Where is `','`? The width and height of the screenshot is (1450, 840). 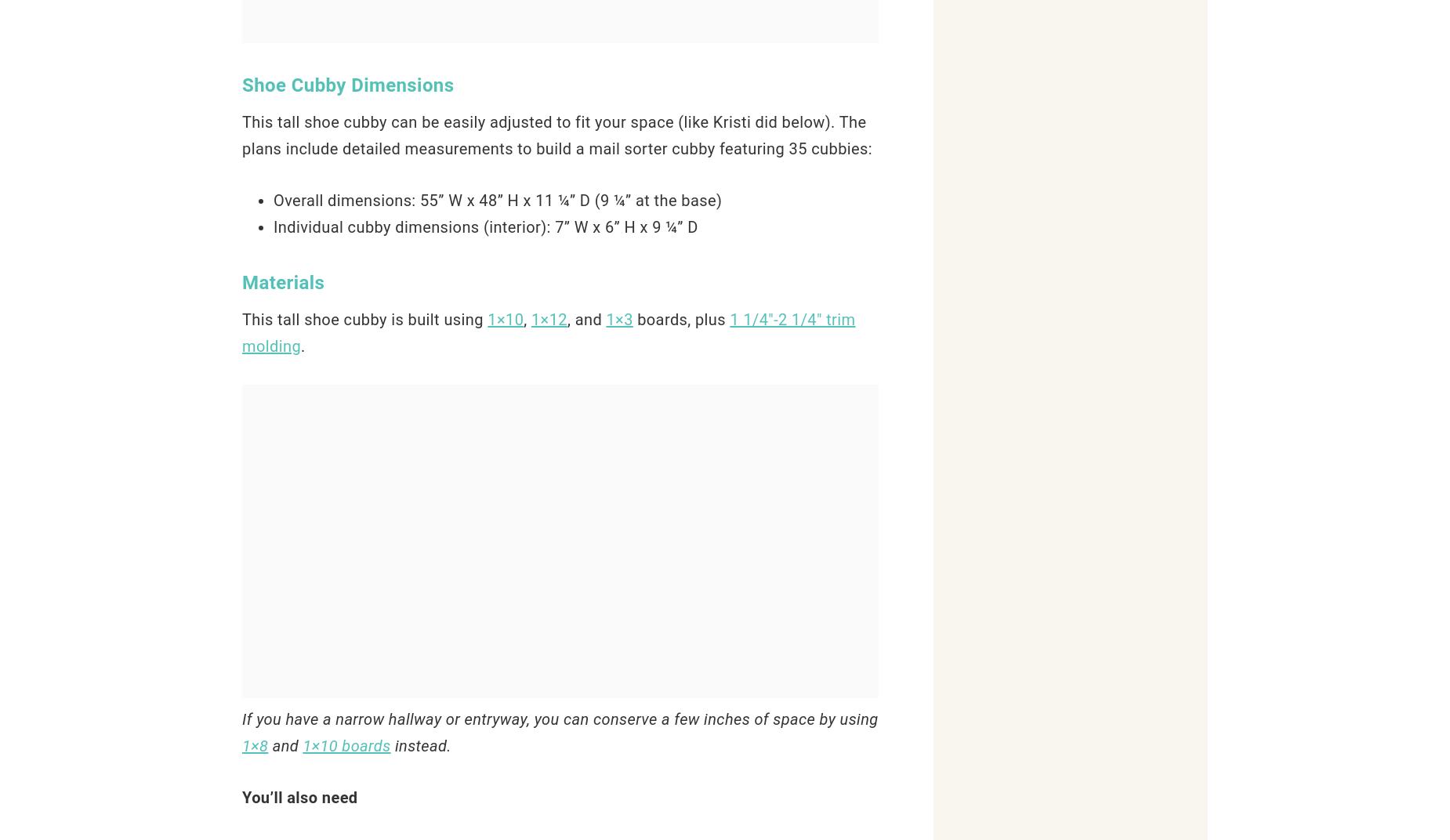 ',' is located at coordinates (527, 319).